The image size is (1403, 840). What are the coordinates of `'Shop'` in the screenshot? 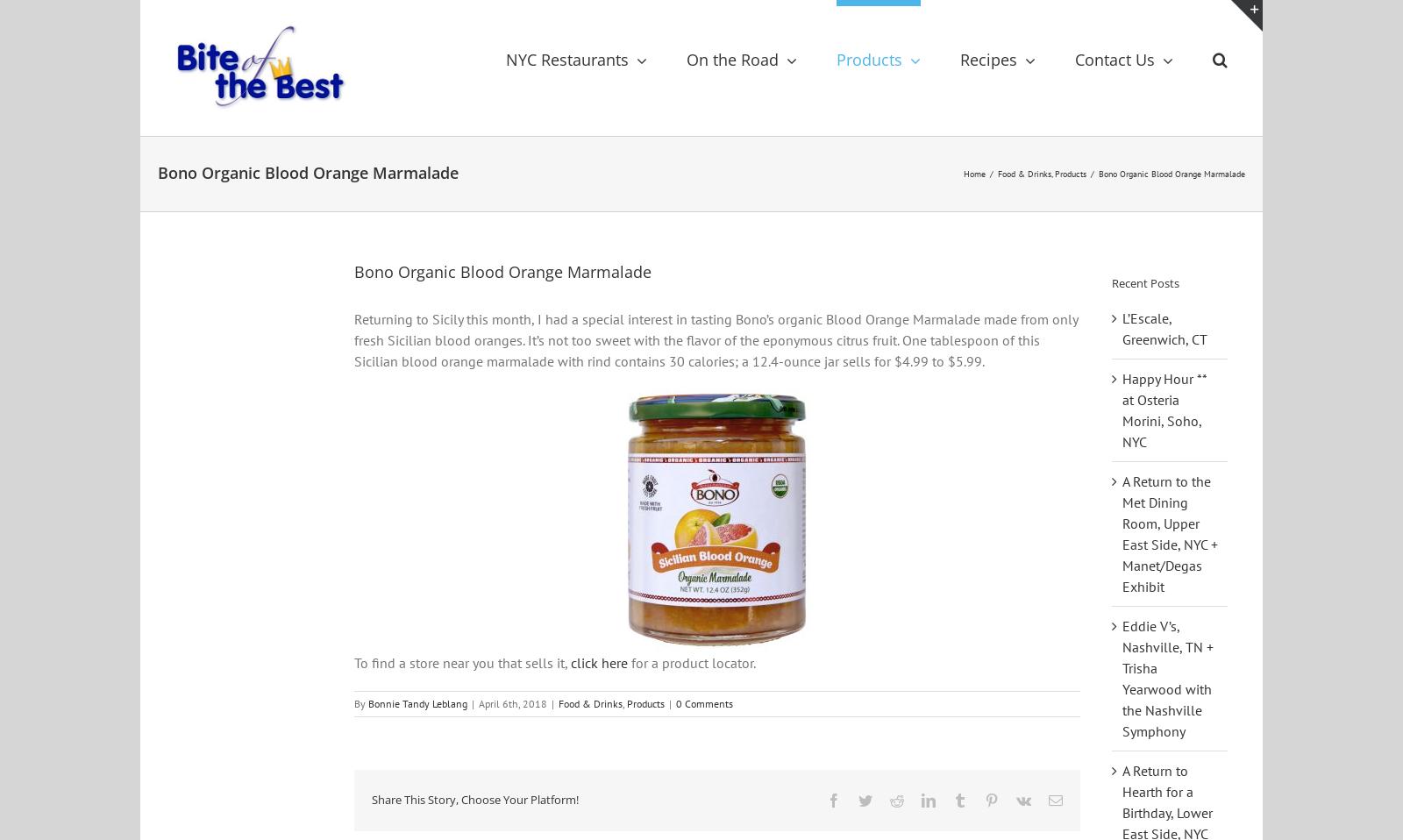 It's located at (869, 219).